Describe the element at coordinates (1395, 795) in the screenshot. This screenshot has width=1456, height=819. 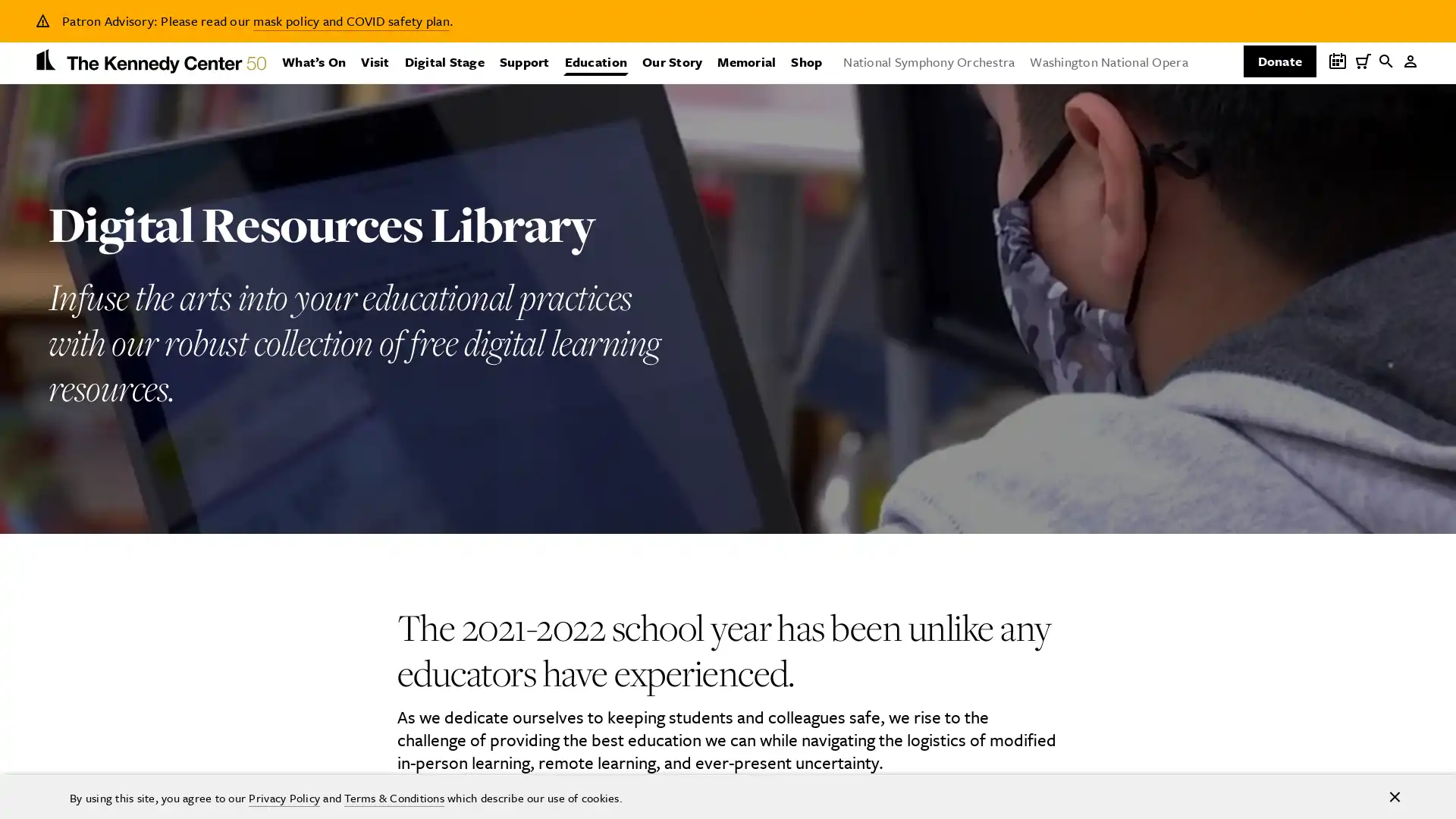
I see `Accept cookies and hide notification` at that location.